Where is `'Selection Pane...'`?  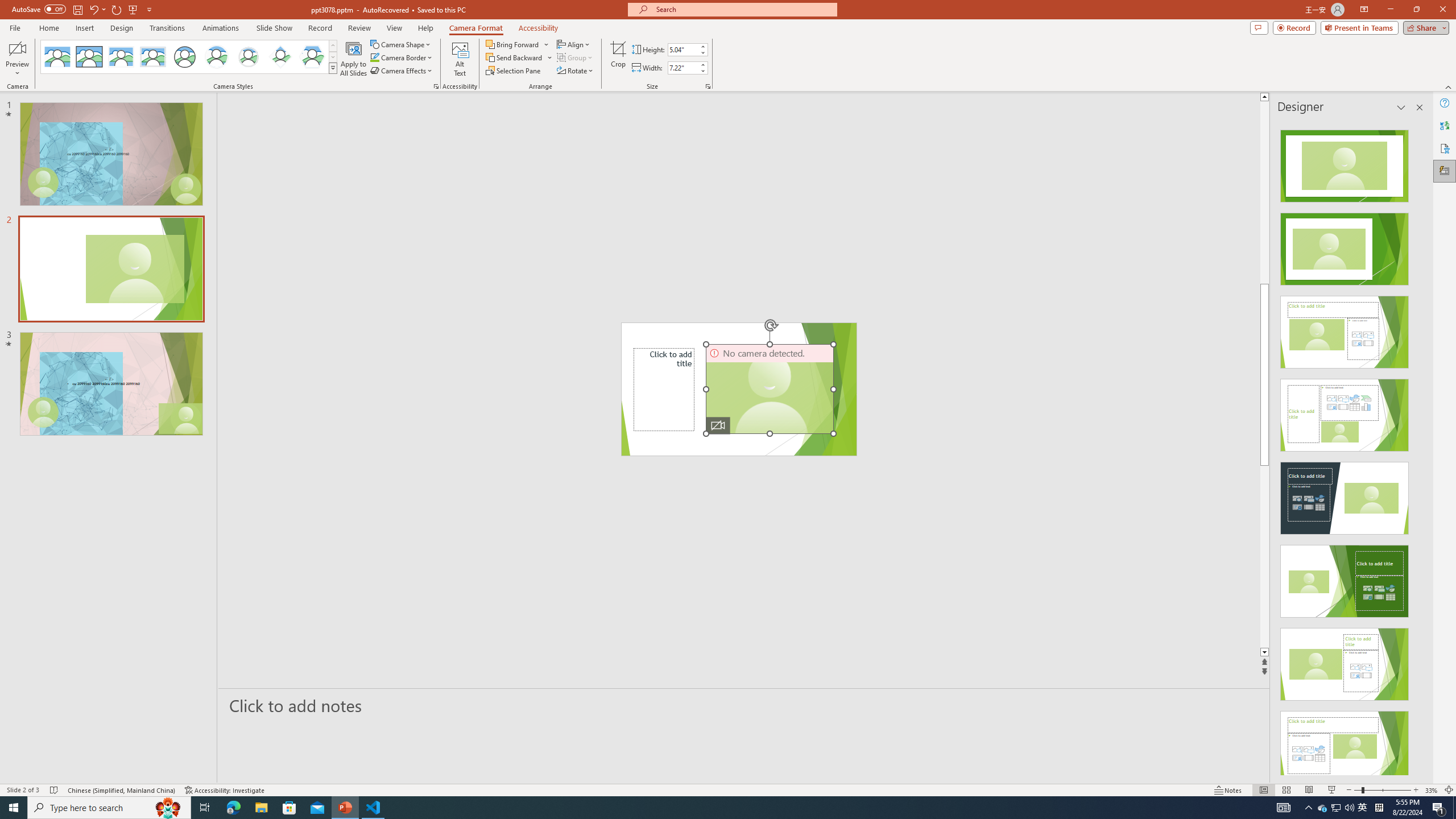
'Selection Pane...' is located at coordinates (513, 69).